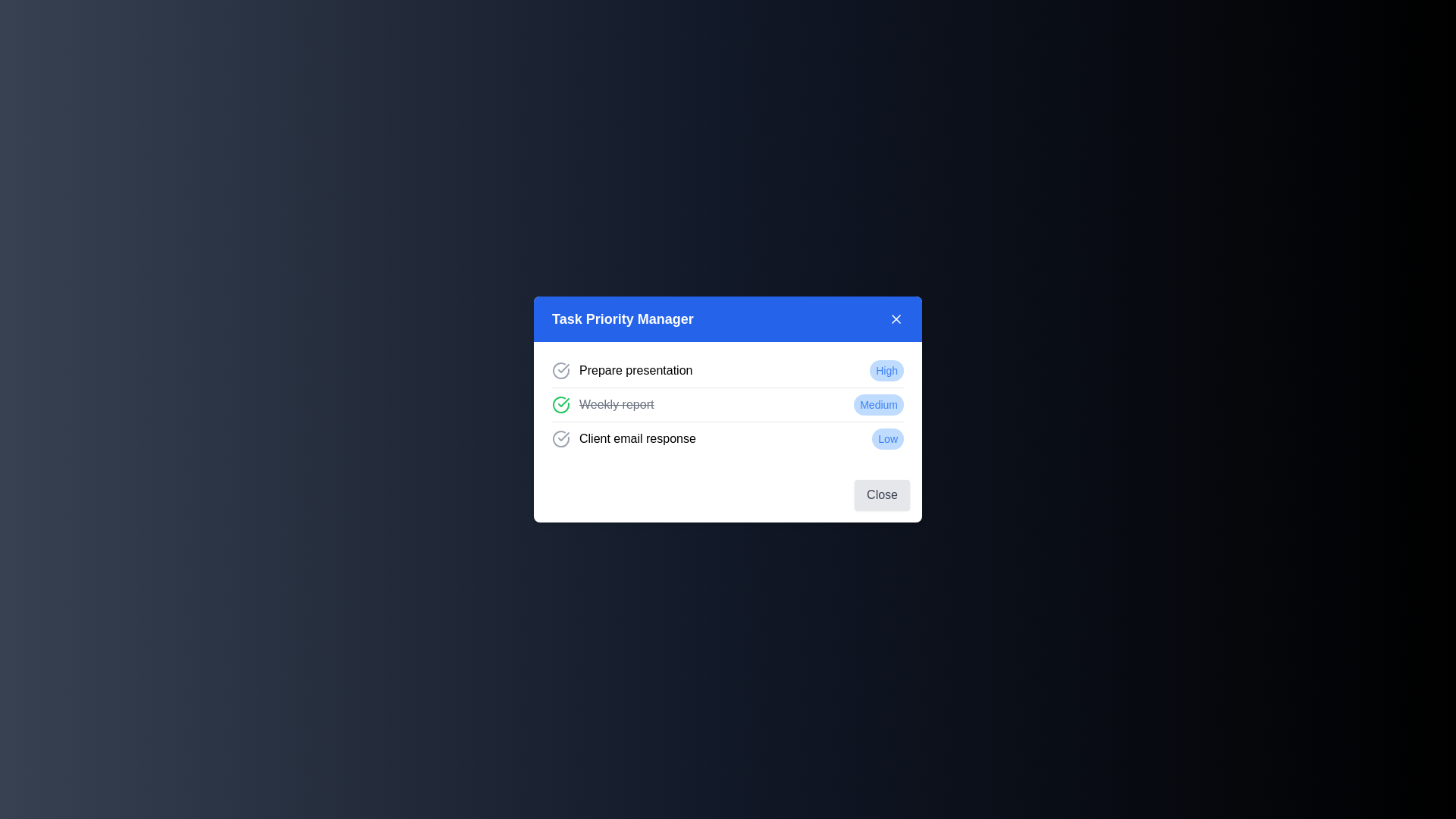  What do you see at coordinates (728, 403) in the screenshot?
I see `the completed task labeled 'Weekly report' with a medium priority in the 'Task Priority Manager' modal, which is the second item in the list` at bounding box center [728, 403].